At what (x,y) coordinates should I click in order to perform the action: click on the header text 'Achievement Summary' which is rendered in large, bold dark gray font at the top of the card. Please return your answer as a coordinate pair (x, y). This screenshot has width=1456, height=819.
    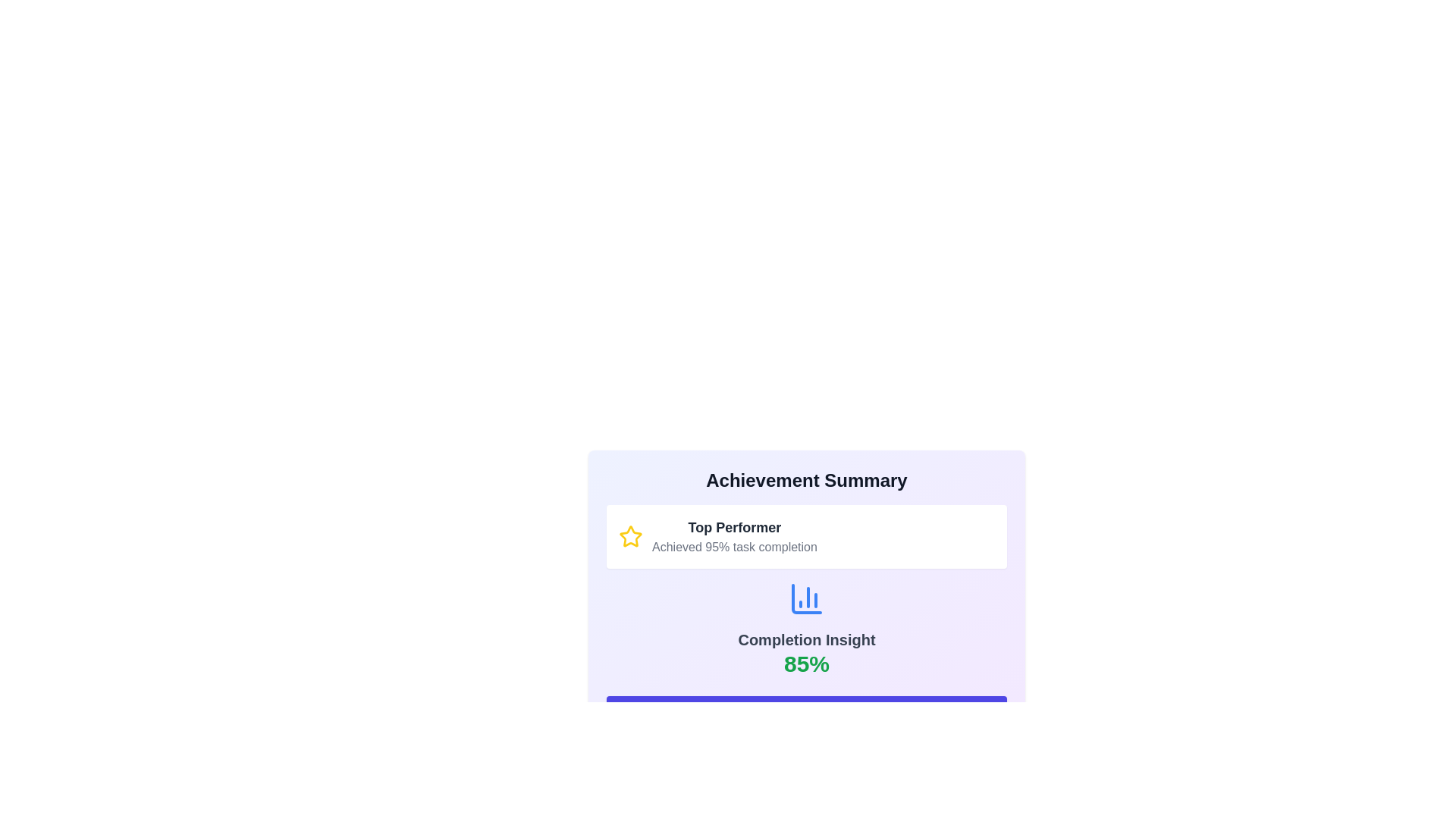
    Looking at the image, I should click on (806, 480).